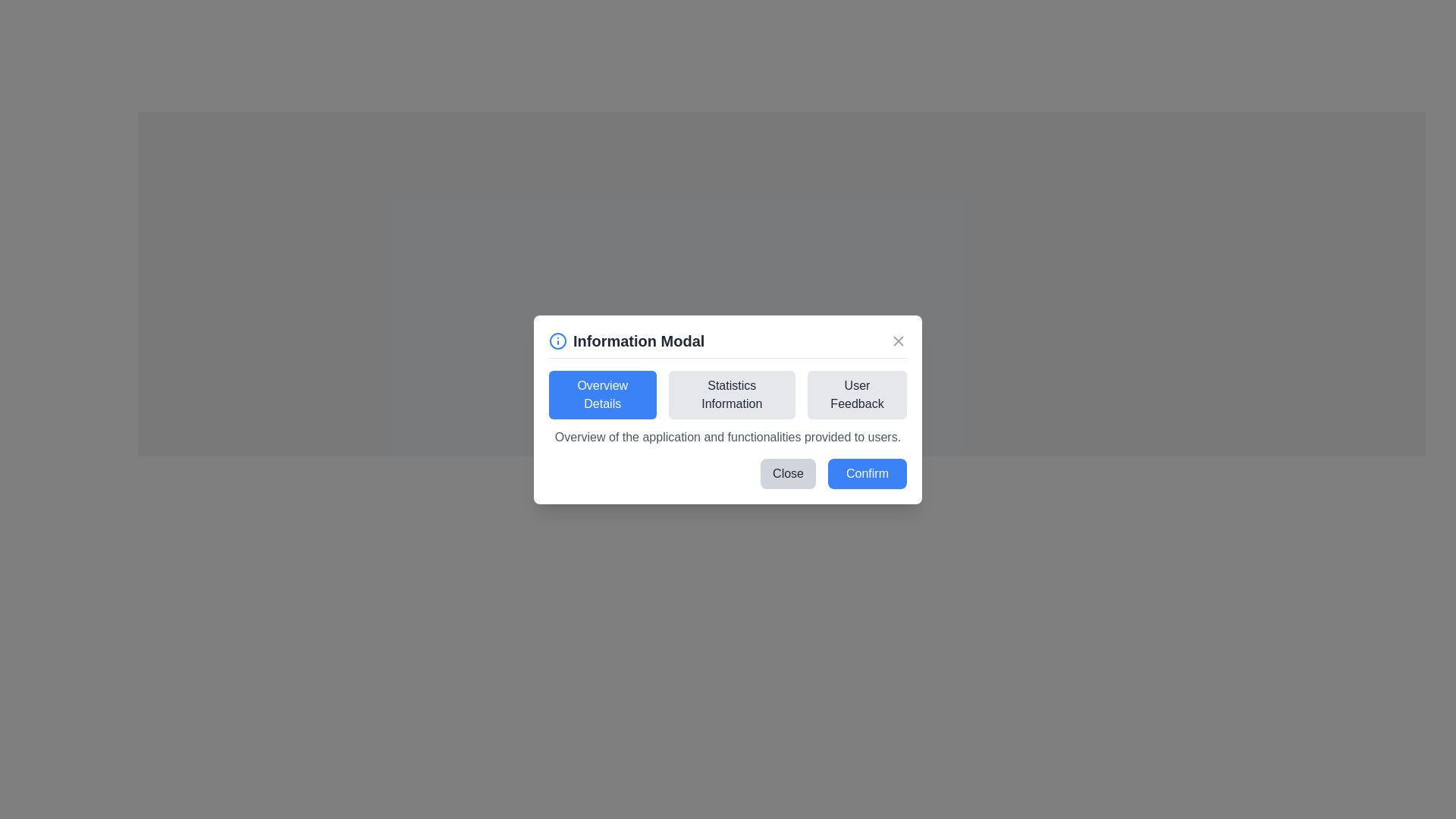 The image size is (1456, 819). What do you see at coordinates (732, 394) in the screenshot?
I see `the button labeled 'Statistics Information', which is the second button in a group of three buttons` at bounding box center [732, 394].